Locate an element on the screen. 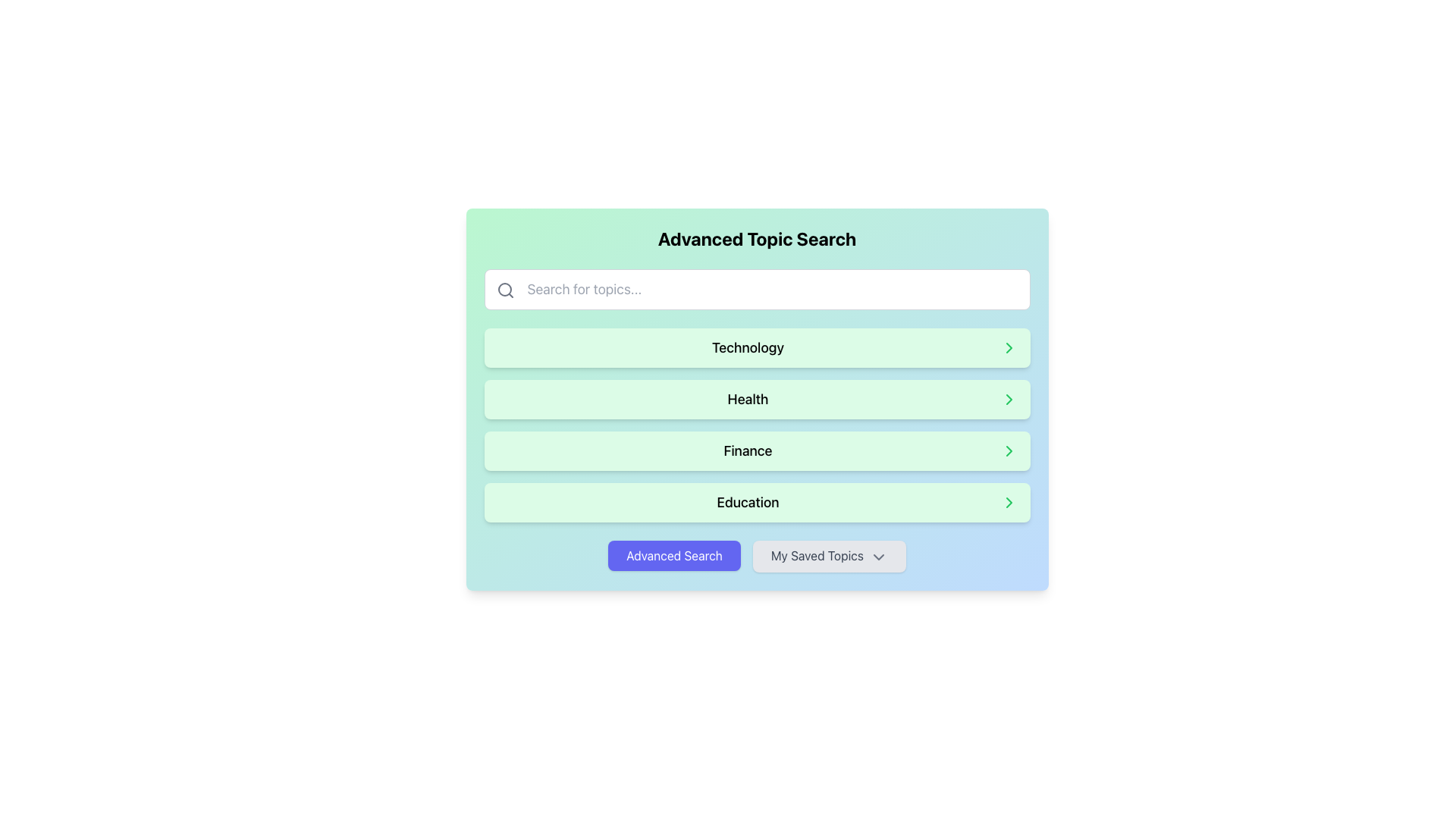  the first button is located at coordinates (673, 555).